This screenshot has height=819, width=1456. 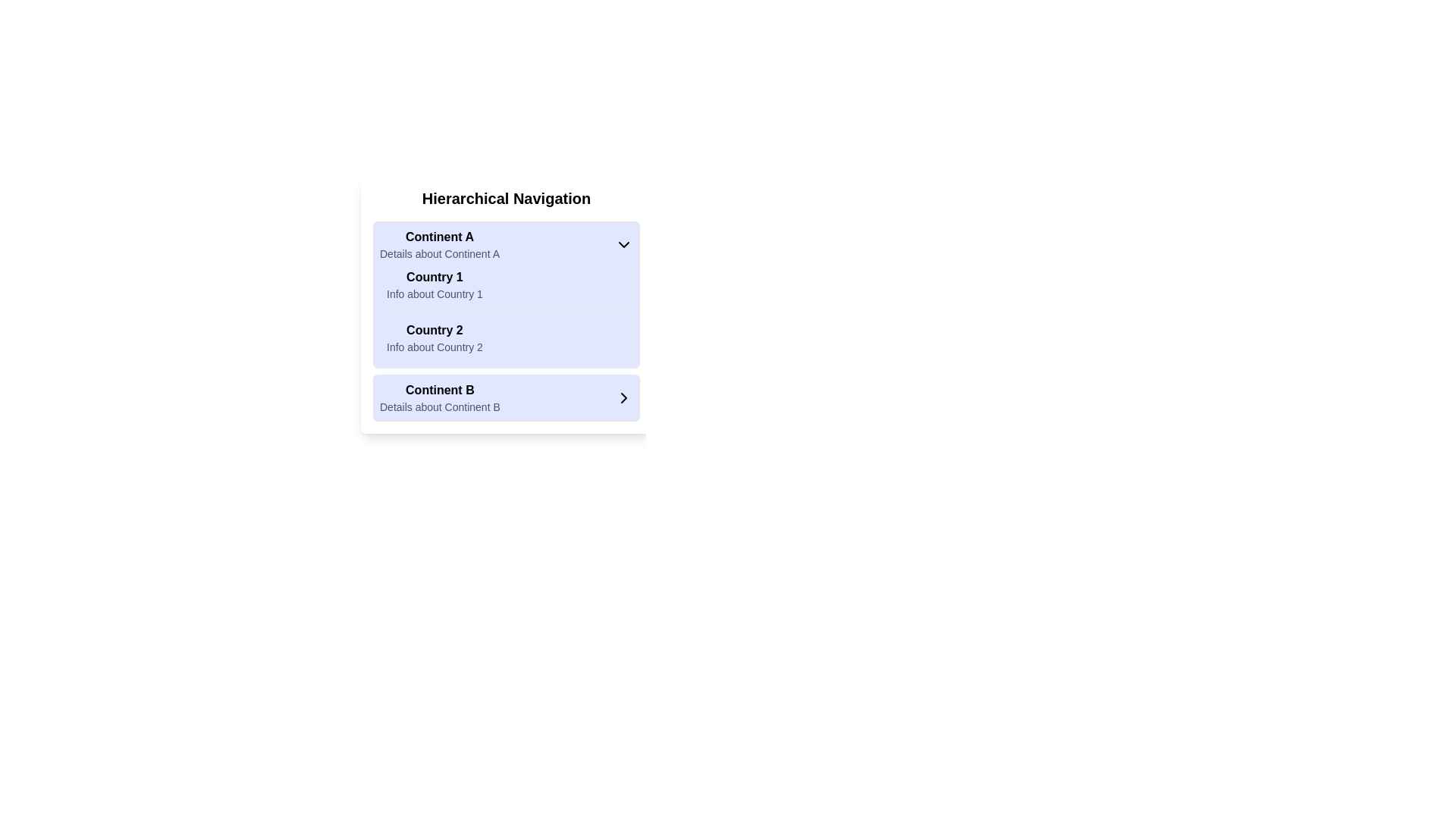 I want to click on the text label that reads 'Info about Country 2', which is positioned beneath 'Country 2' in a gray font, centrally aligned within the hierarchical navigation menu of 'Continent A', so click(x=434, y=347).